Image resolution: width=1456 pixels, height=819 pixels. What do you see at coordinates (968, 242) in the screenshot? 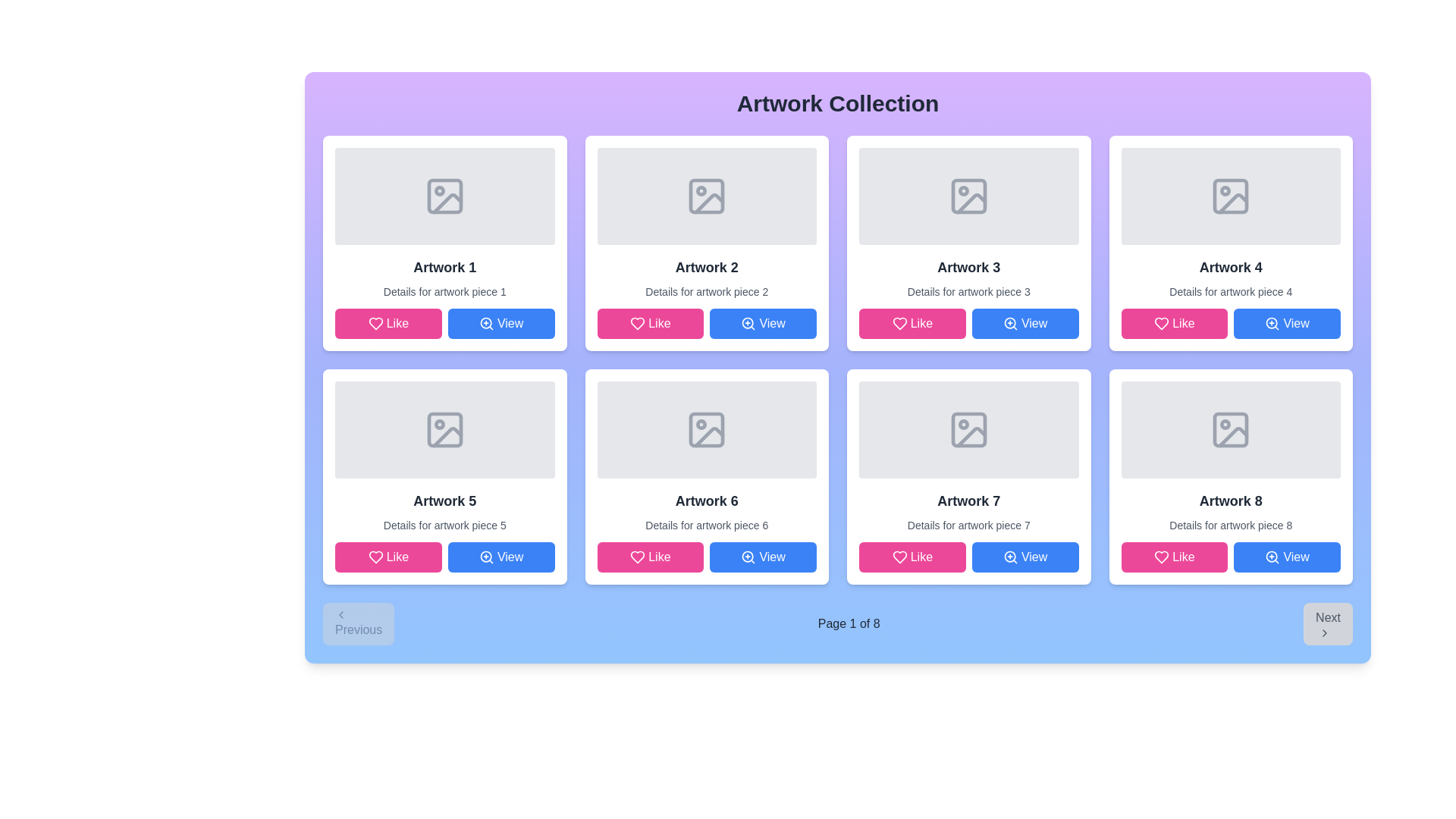
I see `to select the card displaying 'Artwork 3', which is the third card in the first row of a 4x2 grid layout` at bounding box center [968, 242].